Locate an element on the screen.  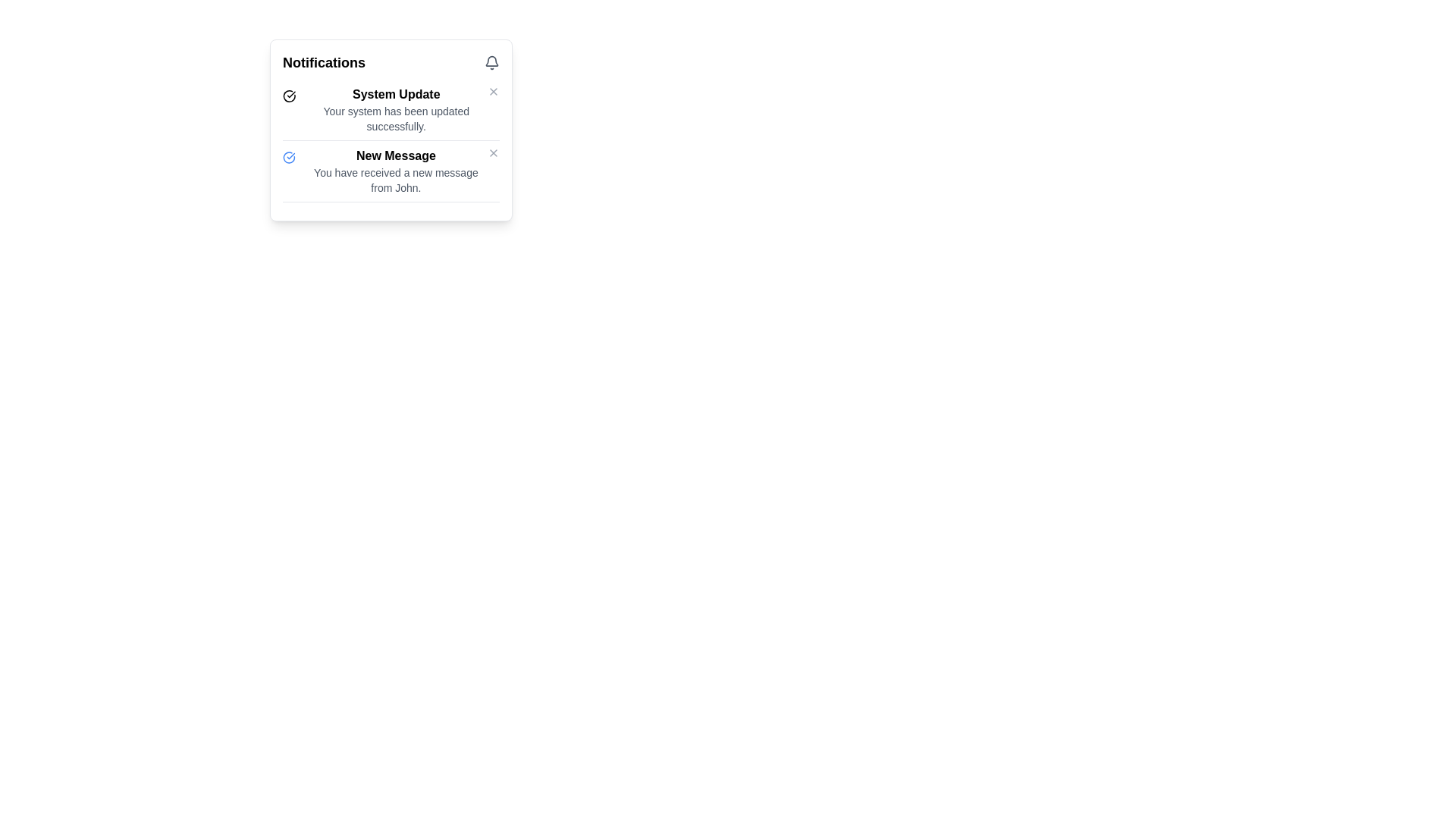
the dismiss button located at the far right of the 'System Update' notification is located at coordinates (494, 91).